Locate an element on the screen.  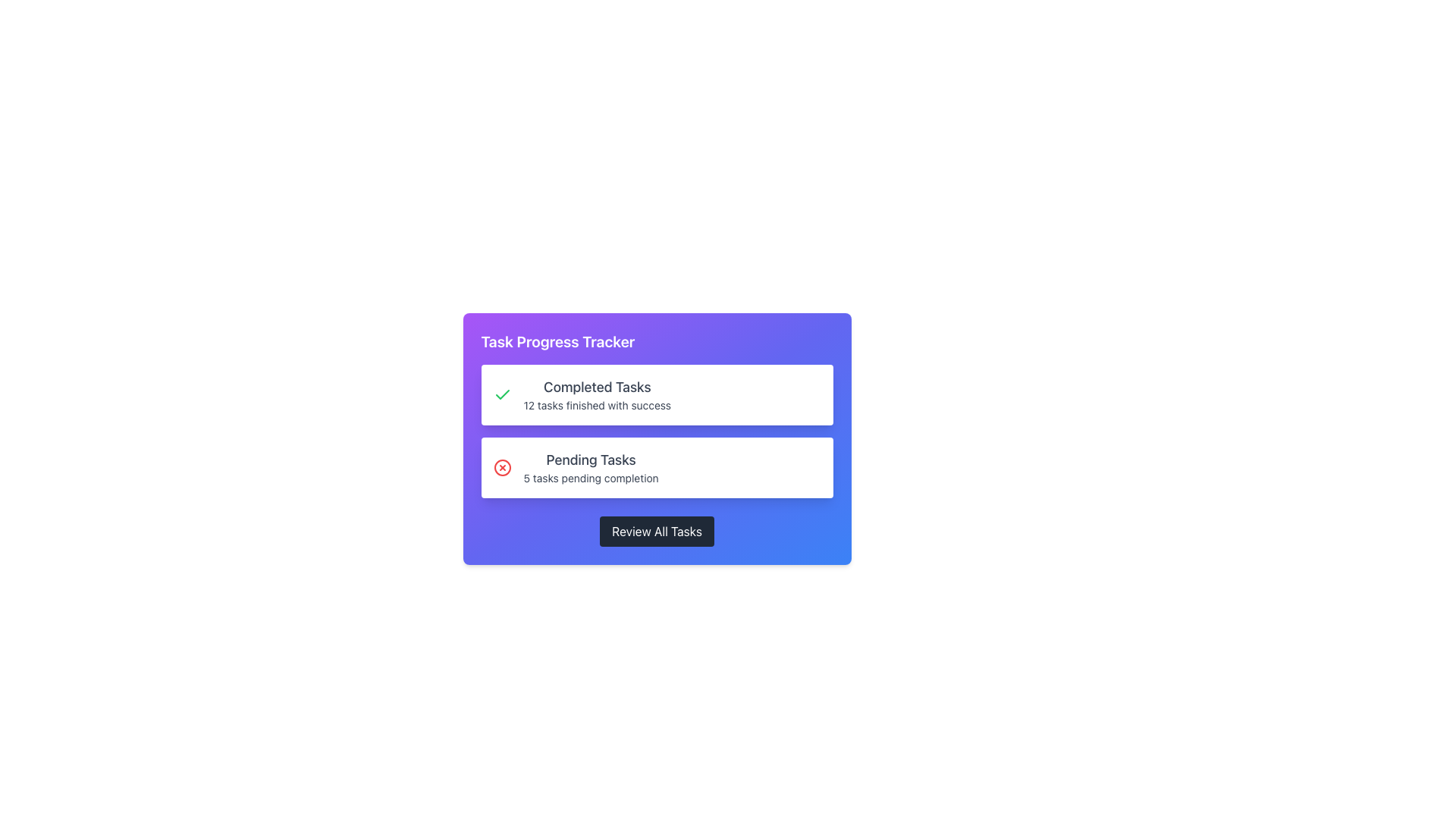
the checkmark icon in the 'Completed Tasks' section, which indicates successful tasks, located adjacent to the text 'Completed Tasks' and '12 tasks finished with success' is located at coordinates (502, 394).